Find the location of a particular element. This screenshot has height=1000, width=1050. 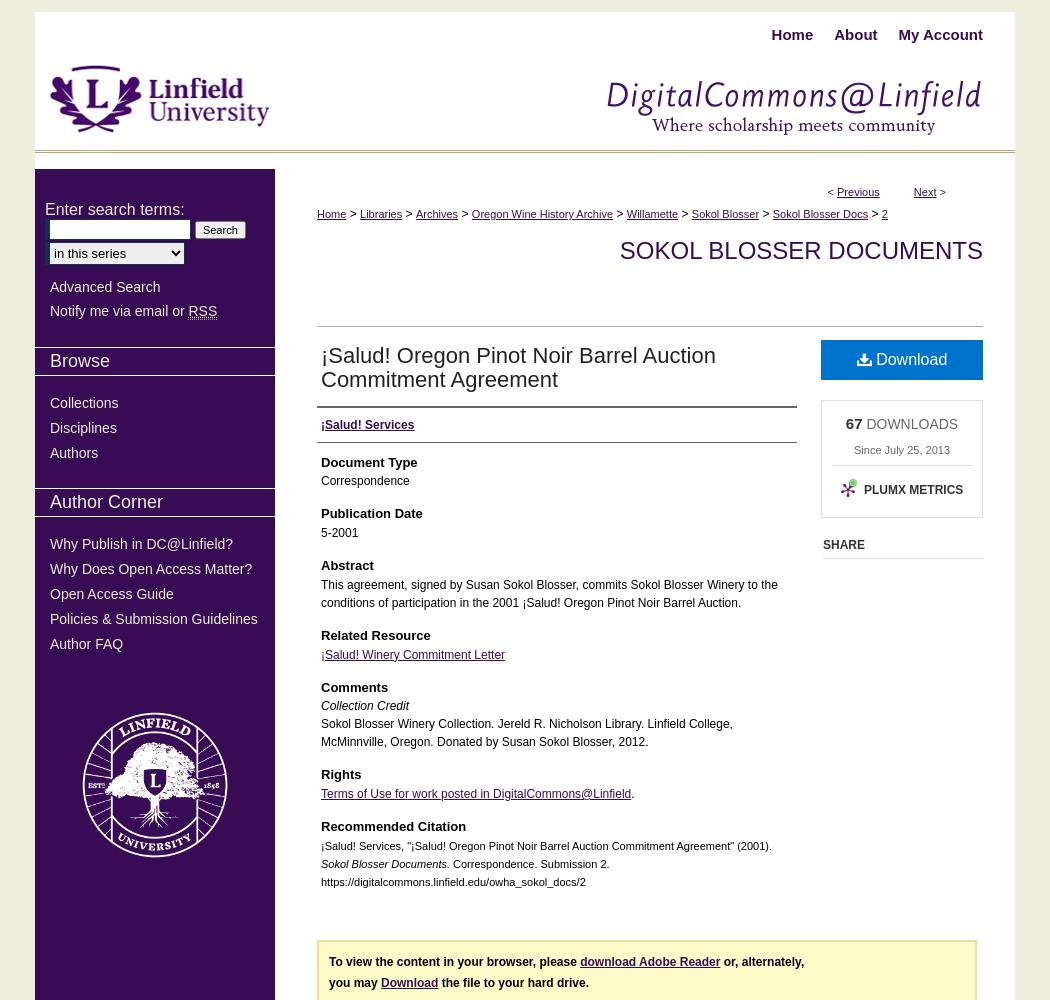

'¡Salud! Services, "¡Salud! Oregon Pinot Noir Barrel Auction Commitment Agreement" (2001).' is located at coordinates (546, 844).